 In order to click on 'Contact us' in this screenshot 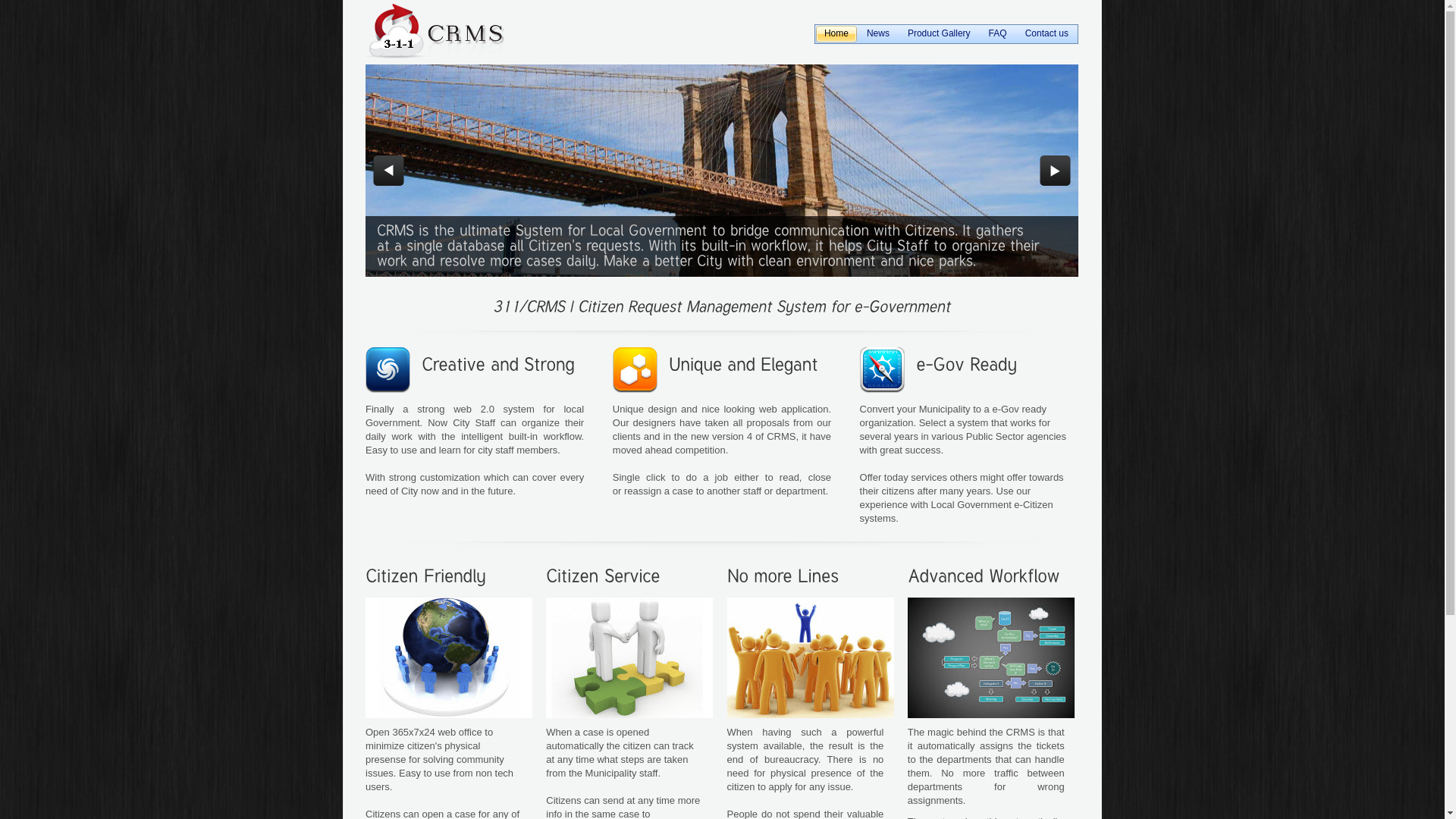, I will do `click(1046, 34)`.